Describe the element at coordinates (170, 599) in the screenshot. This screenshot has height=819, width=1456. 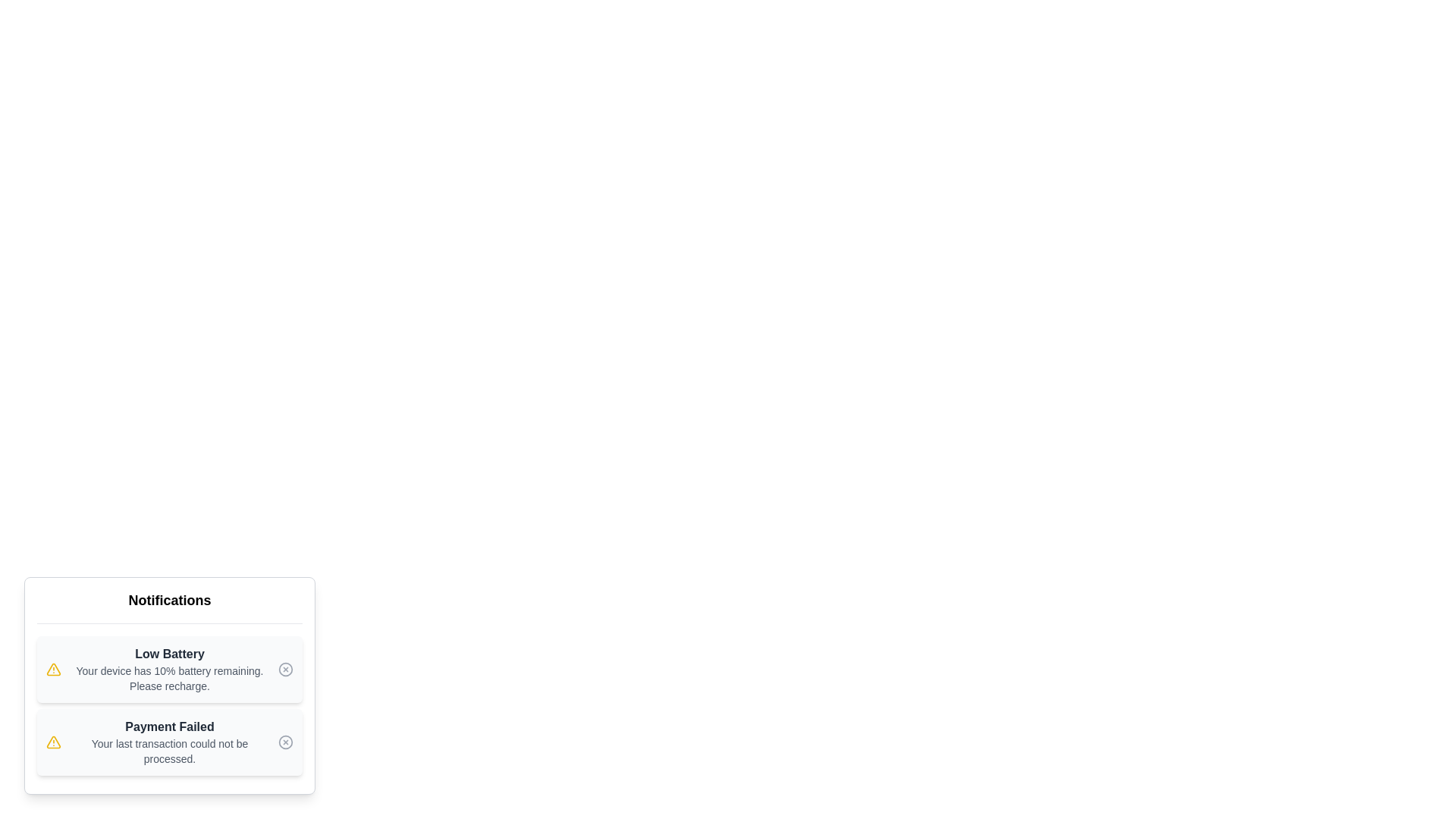
I see `the bold text label 'Notifications' at the top of the notifications panel` at that location.